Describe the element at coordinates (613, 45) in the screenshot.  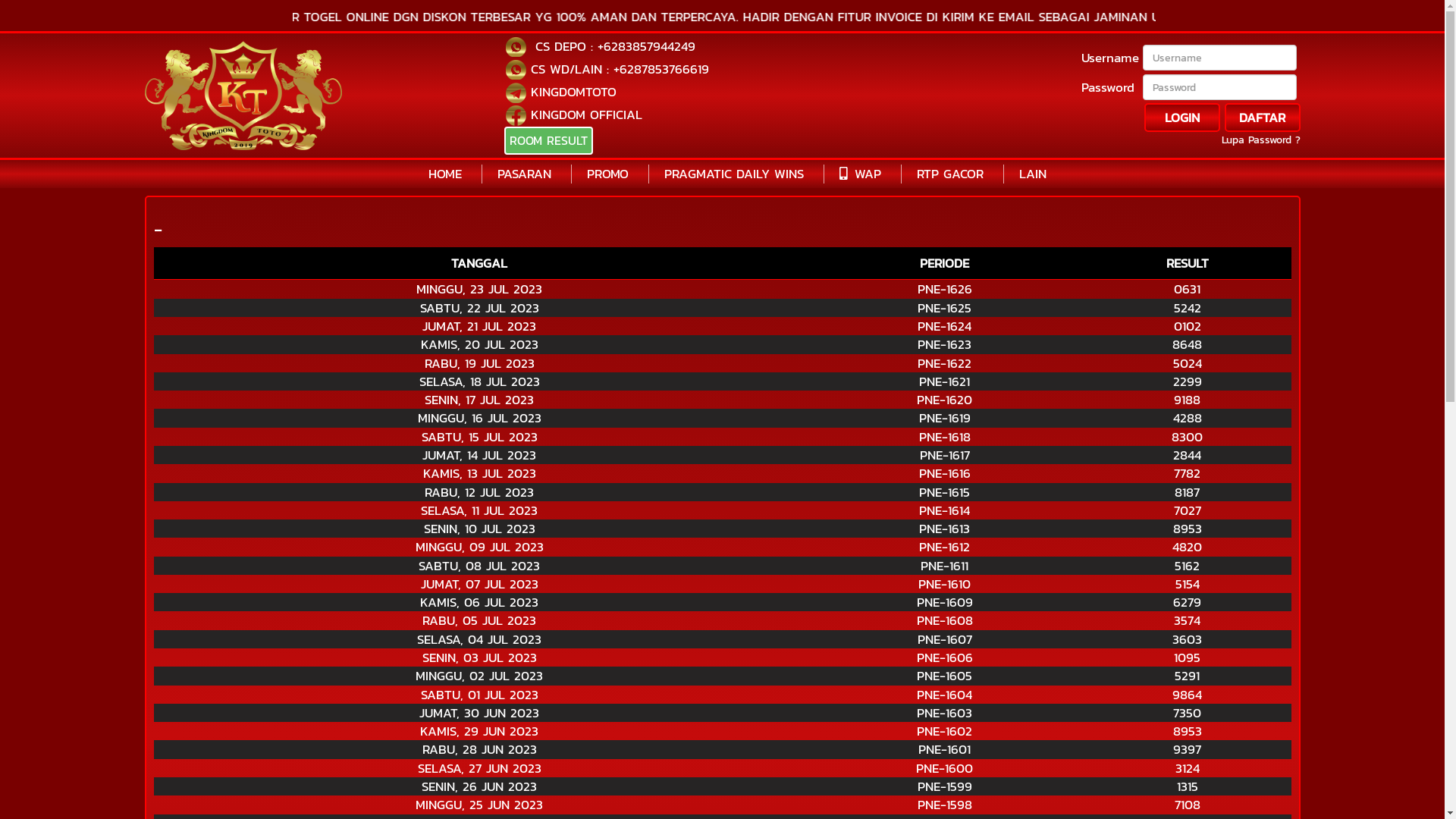
I see `'CS DEPO : +6283857944249'` at that location.